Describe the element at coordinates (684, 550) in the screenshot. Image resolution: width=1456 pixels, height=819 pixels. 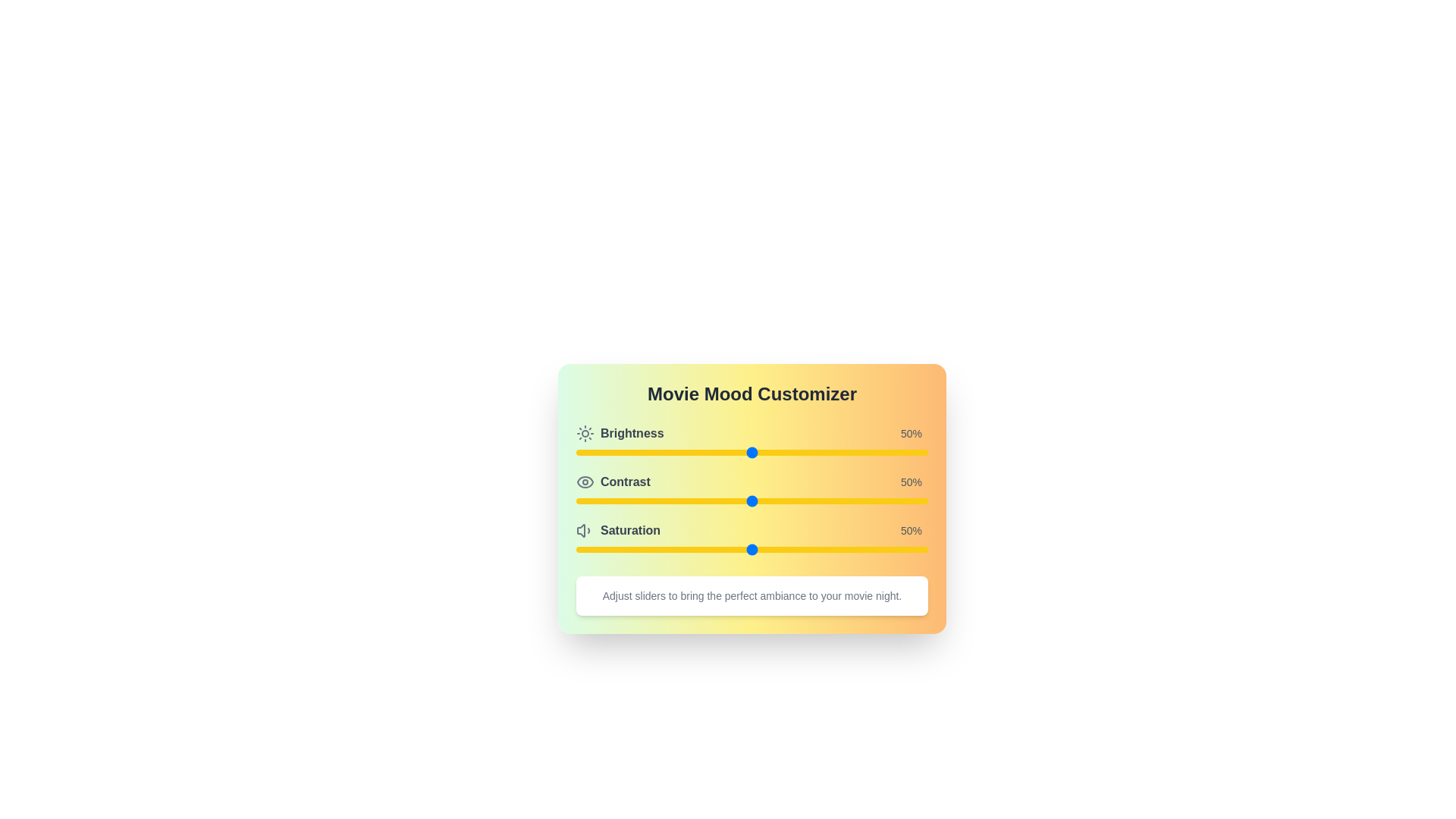
I see `the saturation level` at that location.